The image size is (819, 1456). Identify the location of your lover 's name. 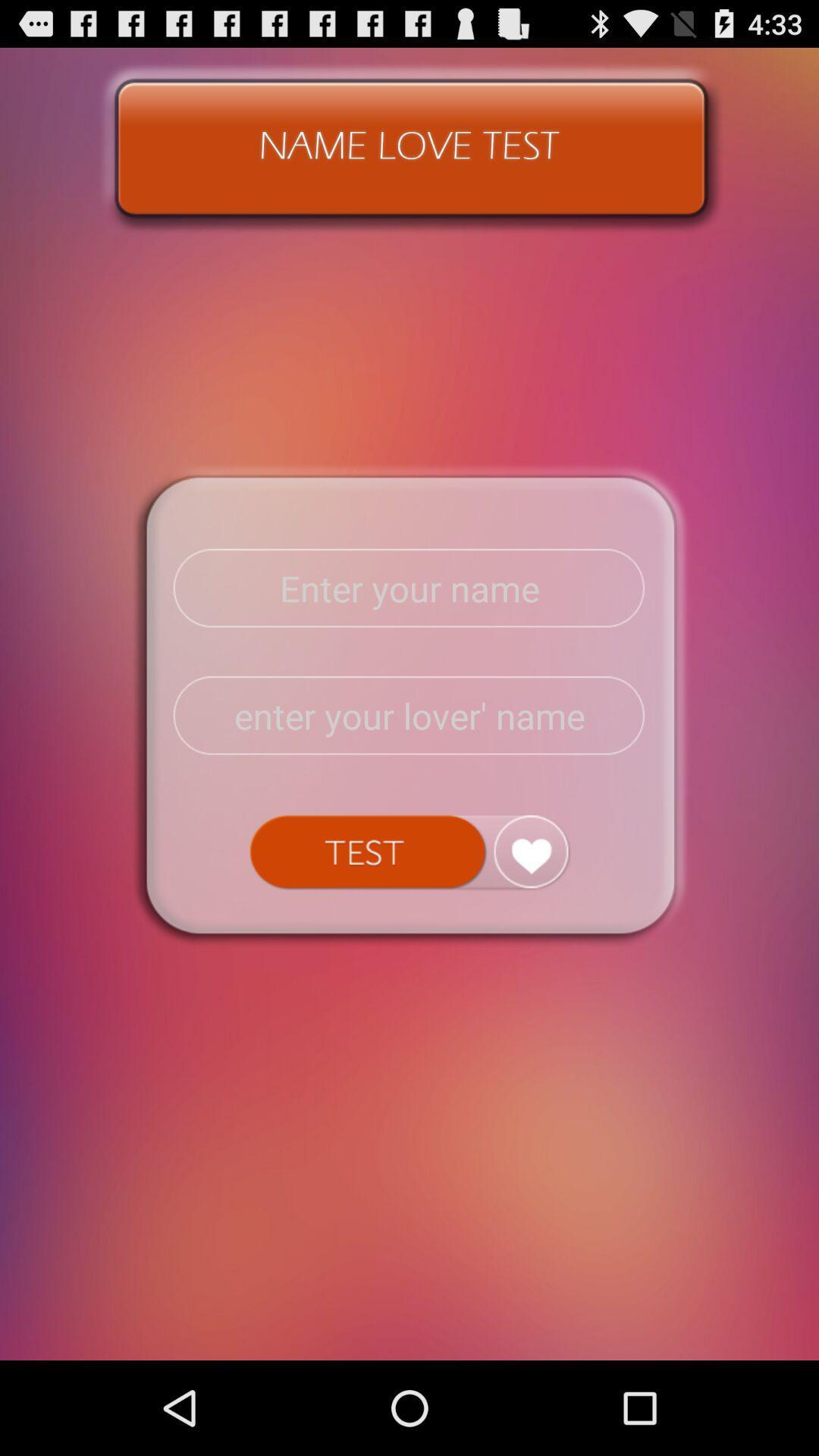
(409, 715).